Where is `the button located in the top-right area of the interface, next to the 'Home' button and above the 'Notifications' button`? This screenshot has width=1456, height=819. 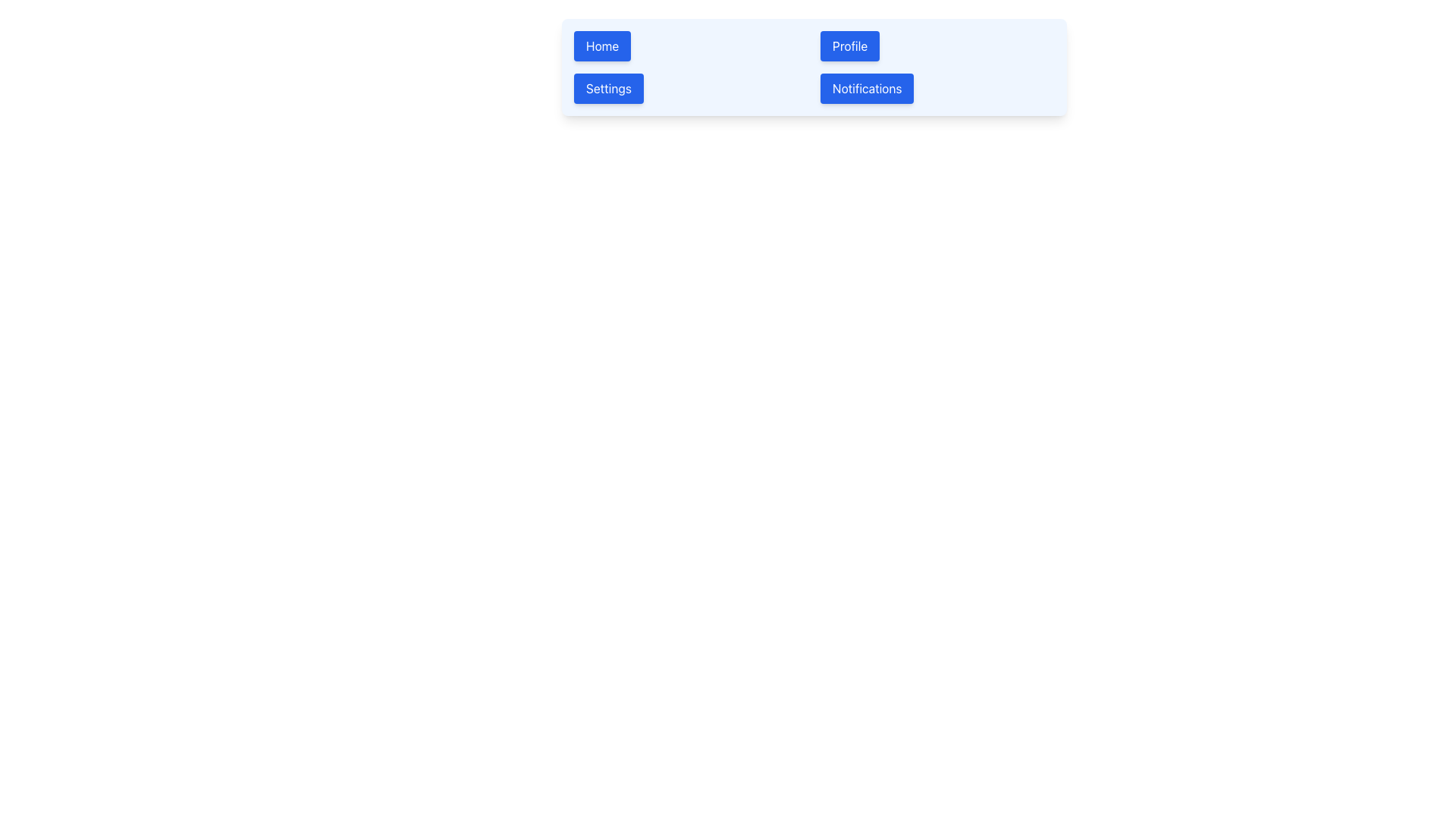
the button located in the top-right area of the interface, next to the 'Home' button and above the 'Notifications' button is located at coordinates (850, 45).